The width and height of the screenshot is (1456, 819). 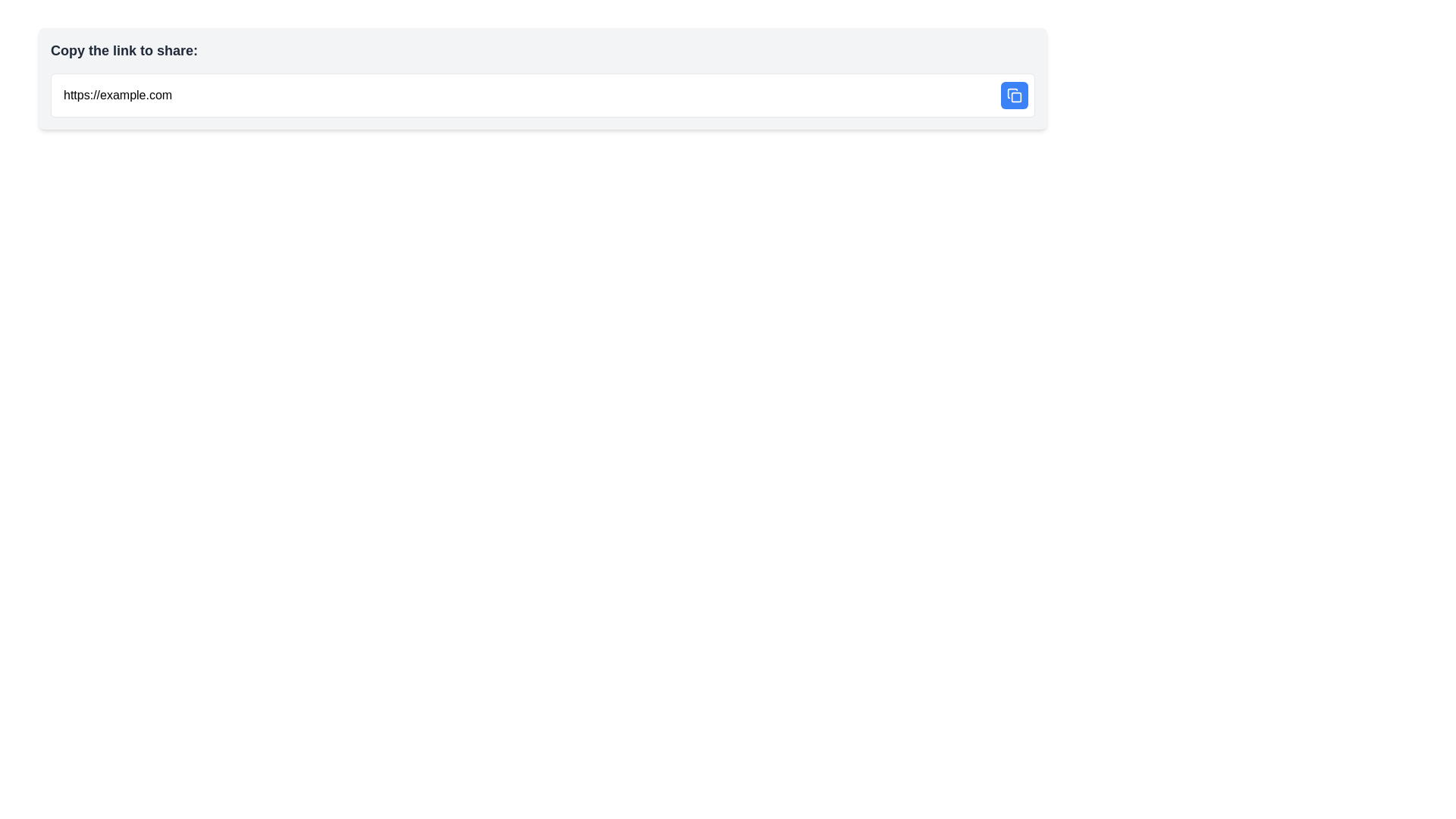 What do you see at coordinates (1015, 96) in the screenshot?
I see `the blue rounded rectangular button with a white copy icon` at bounding box center [1015, 96].